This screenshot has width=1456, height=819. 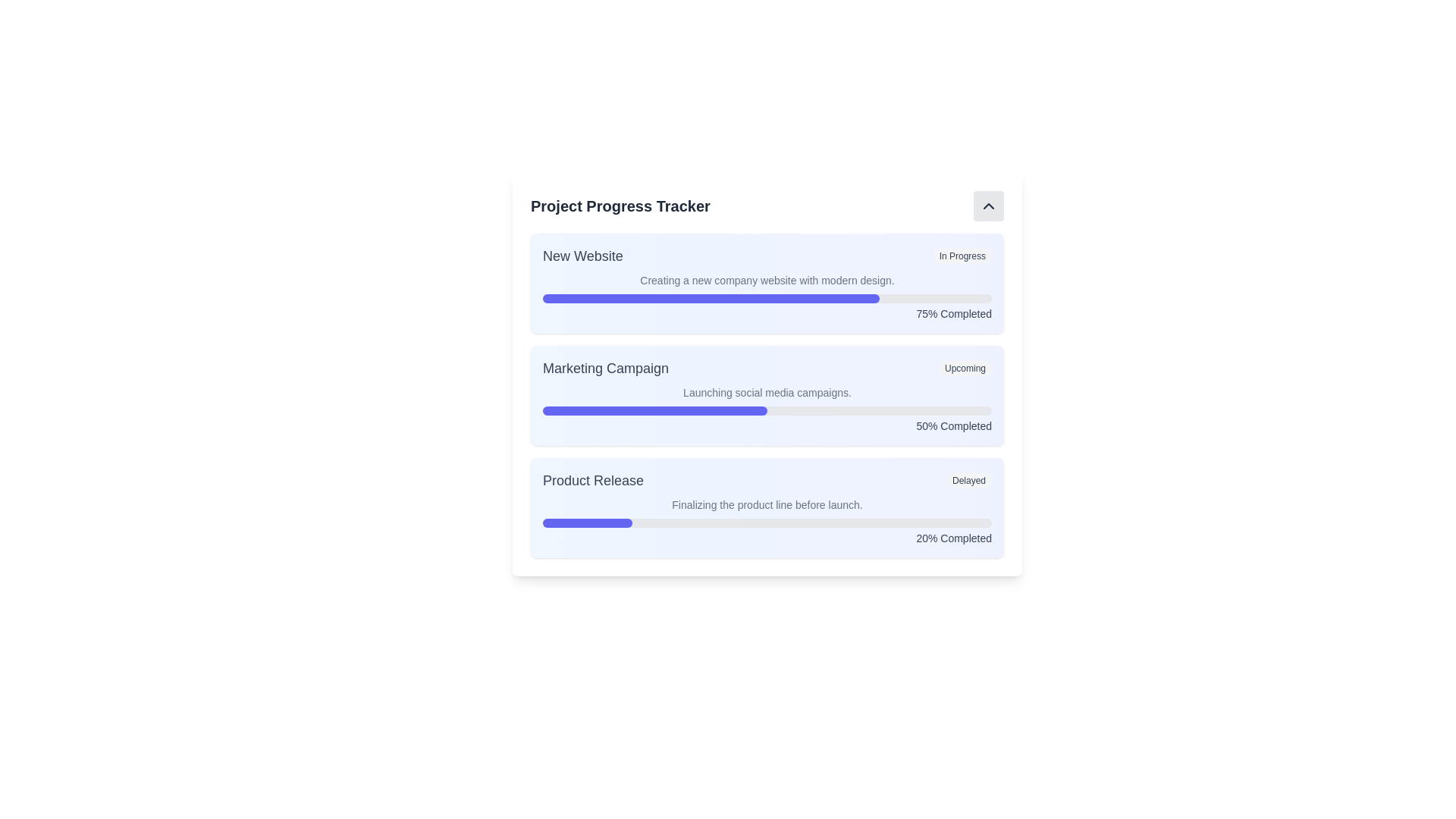 What do you see at coordinates (767, 522) in the screenshot?
I see `the horizontal progress bar in the 'Product Release' section, which is indicated by the light gray background and the indigo-colored bar showing 20% progress` at bounding box center [767, 522].